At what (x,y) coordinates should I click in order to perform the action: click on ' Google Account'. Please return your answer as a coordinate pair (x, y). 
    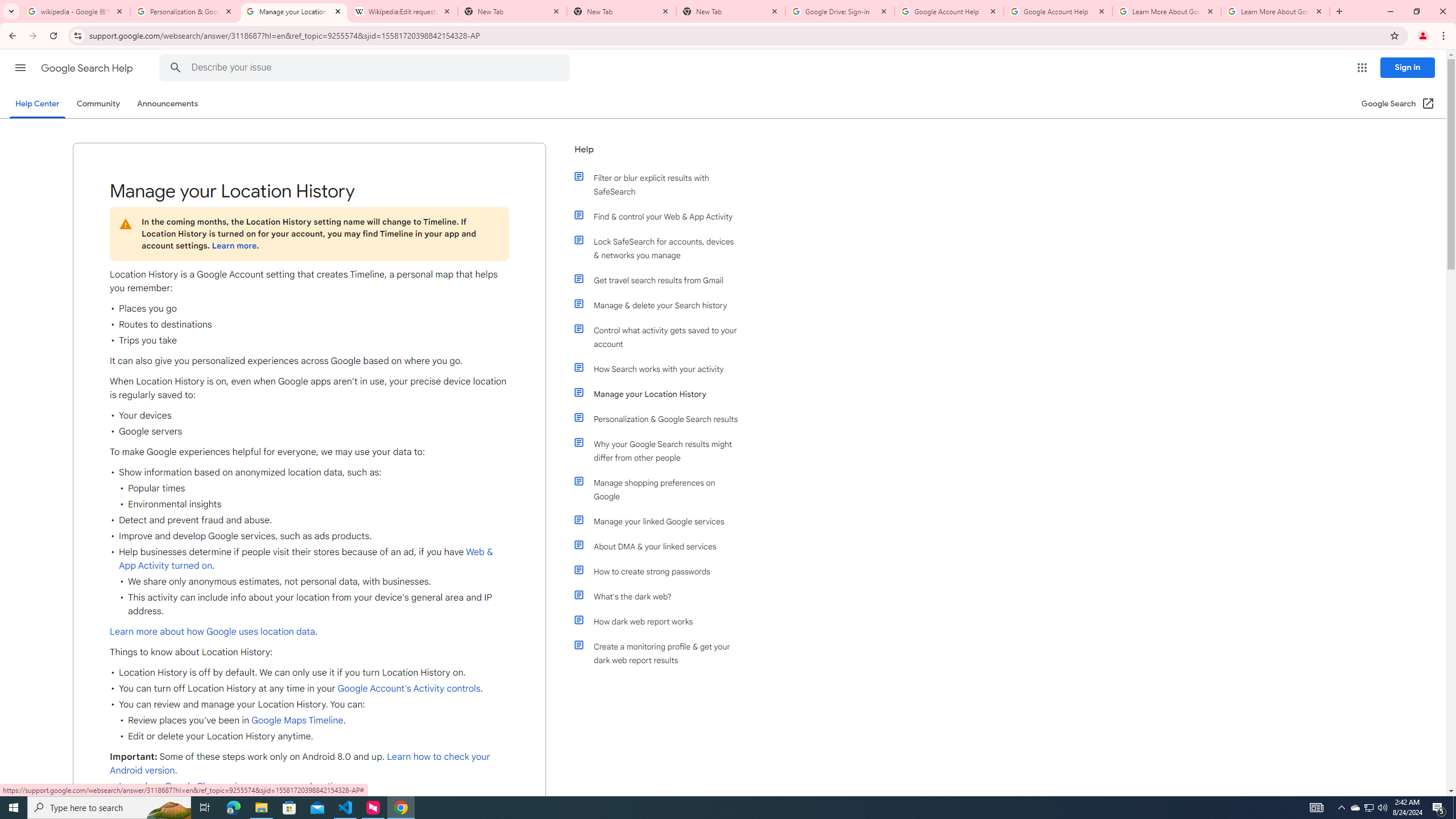
    Looking at the image, I should click on (407, 688).